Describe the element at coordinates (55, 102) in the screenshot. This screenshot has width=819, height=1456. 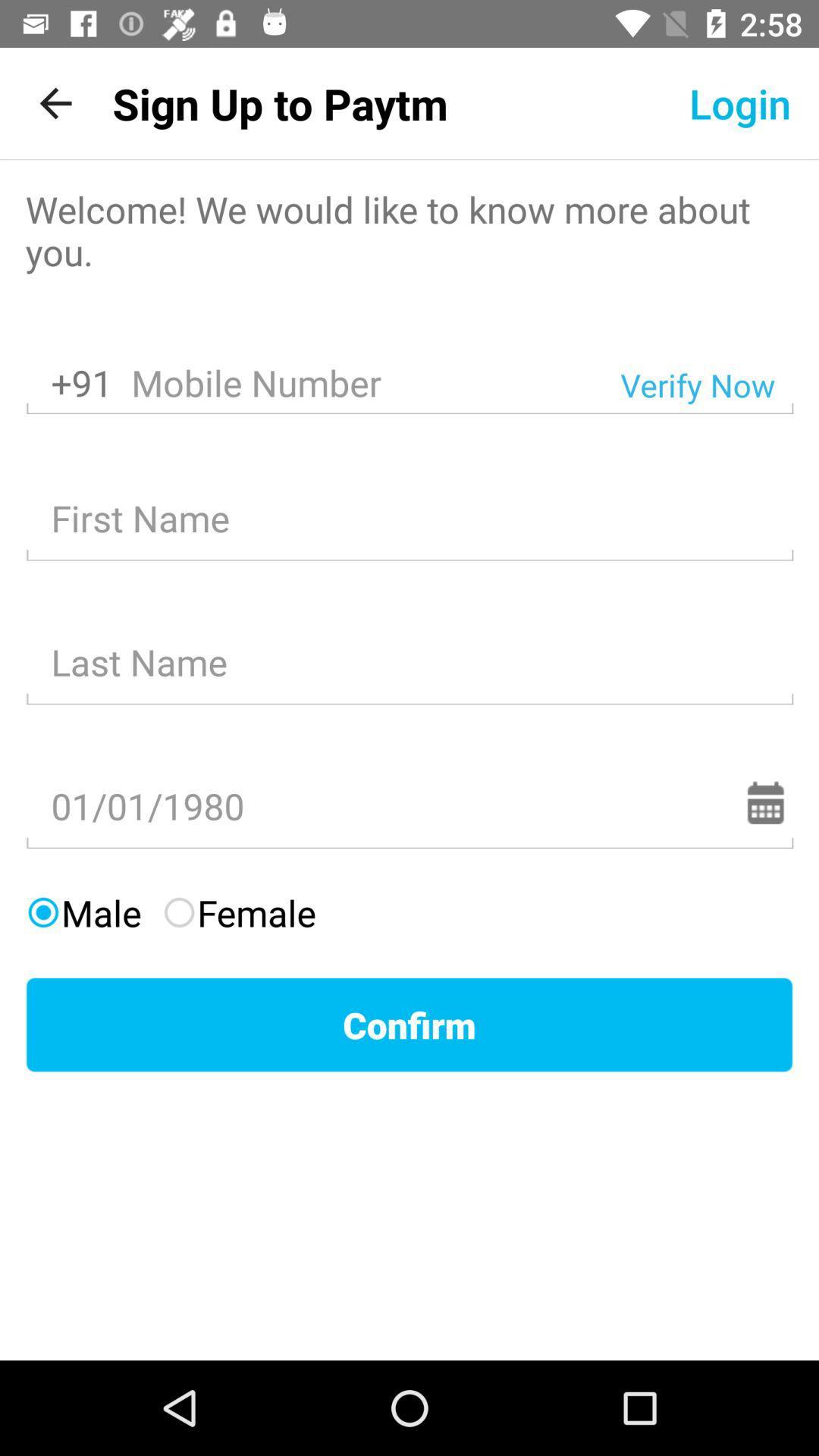
I see `the icon above the welcome we would` at that location.